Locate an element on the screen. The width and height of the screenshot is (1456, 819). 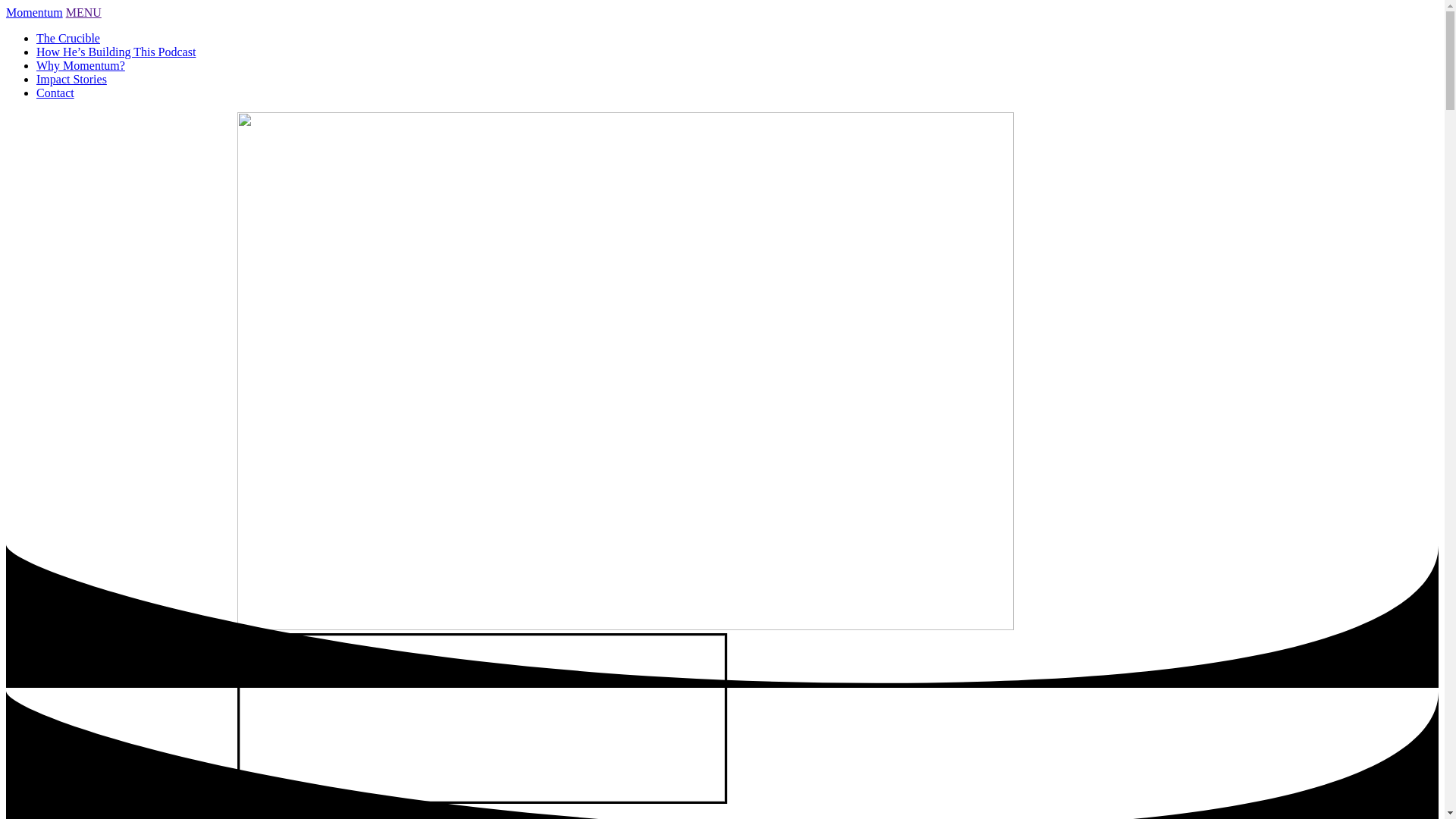
'Why Momentum?' is located at coordinates (80, 64).